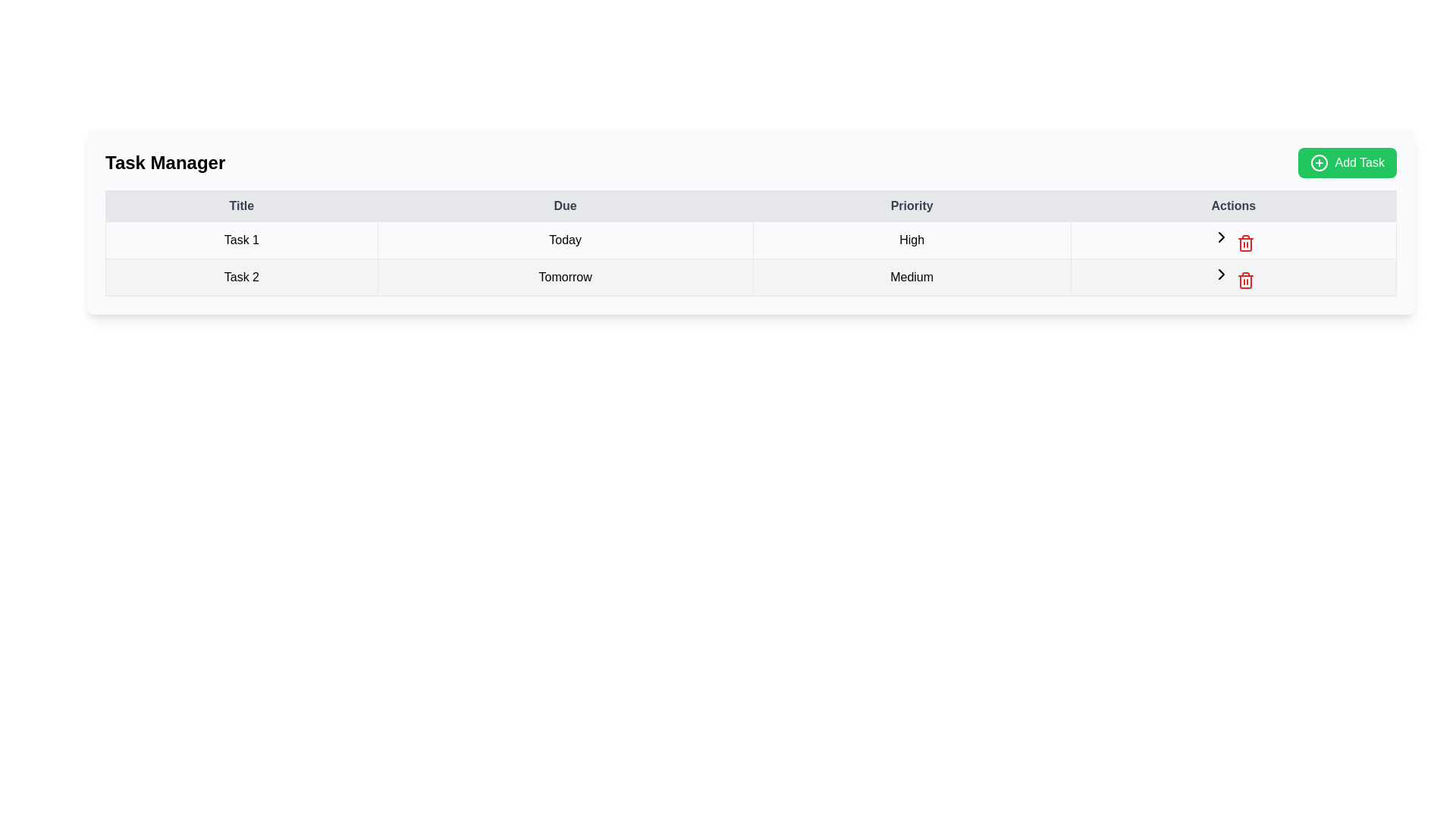 This screenshot has width=1456, height=819. What do you see at coordinates (564, 239) in the screenshot?
I see `the second cell in the 'Due' column for 'Task 1', which indicates the due date associated with the task` at bounding box center [564, 239].